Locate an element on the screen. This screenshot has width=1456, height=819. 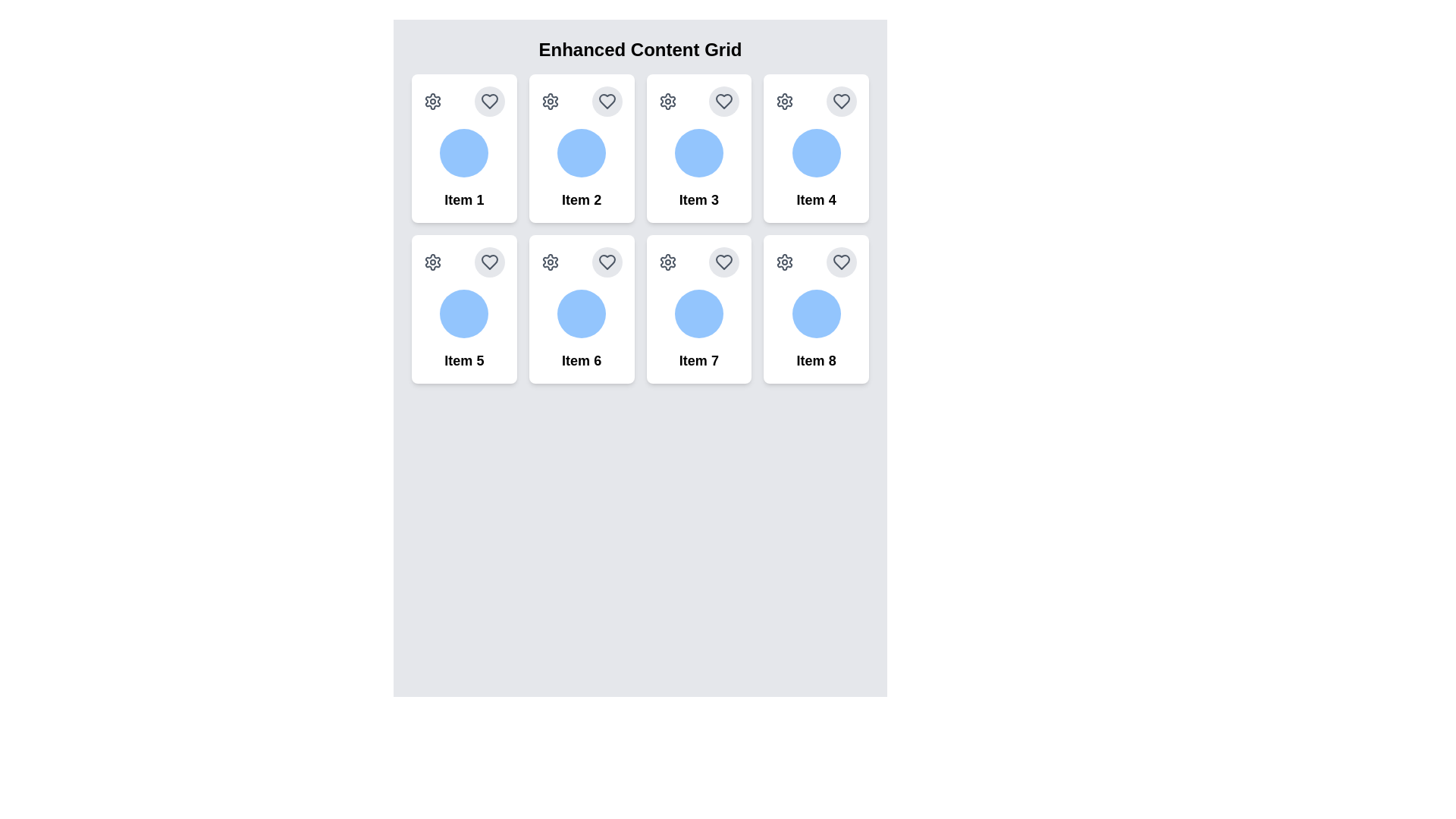
the second button from the left within the header of the card labeled 'Item 7' is located at coordinates (723, 262).